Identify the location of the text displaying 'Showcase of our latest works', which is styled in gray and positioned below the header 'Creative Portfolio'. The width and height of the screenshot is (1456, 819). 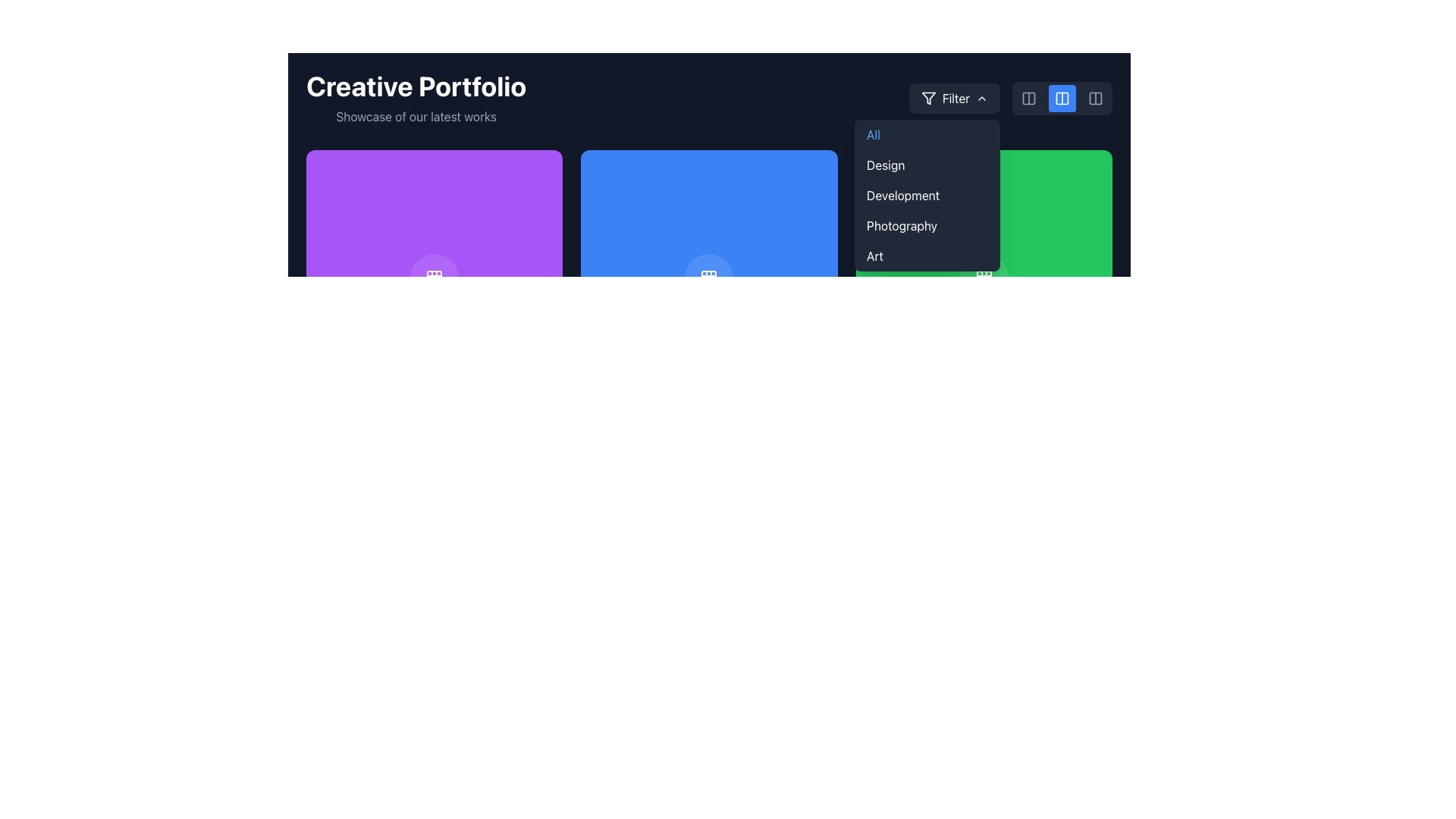
(416, 116).